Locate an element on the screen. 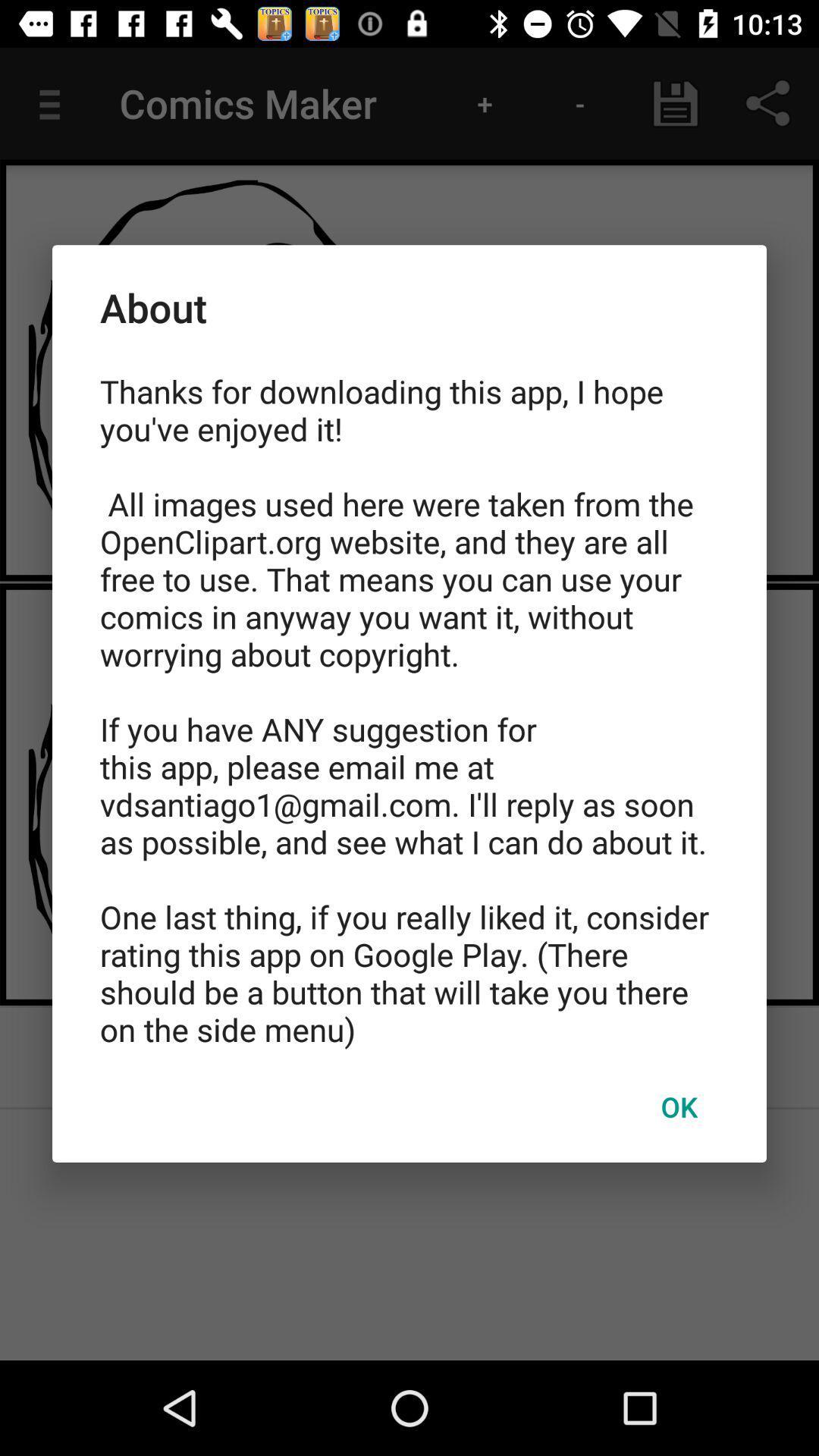 This screenshot has width=819, height=1456. item below the thanks for downloading is located at coordinates (678, 1106).